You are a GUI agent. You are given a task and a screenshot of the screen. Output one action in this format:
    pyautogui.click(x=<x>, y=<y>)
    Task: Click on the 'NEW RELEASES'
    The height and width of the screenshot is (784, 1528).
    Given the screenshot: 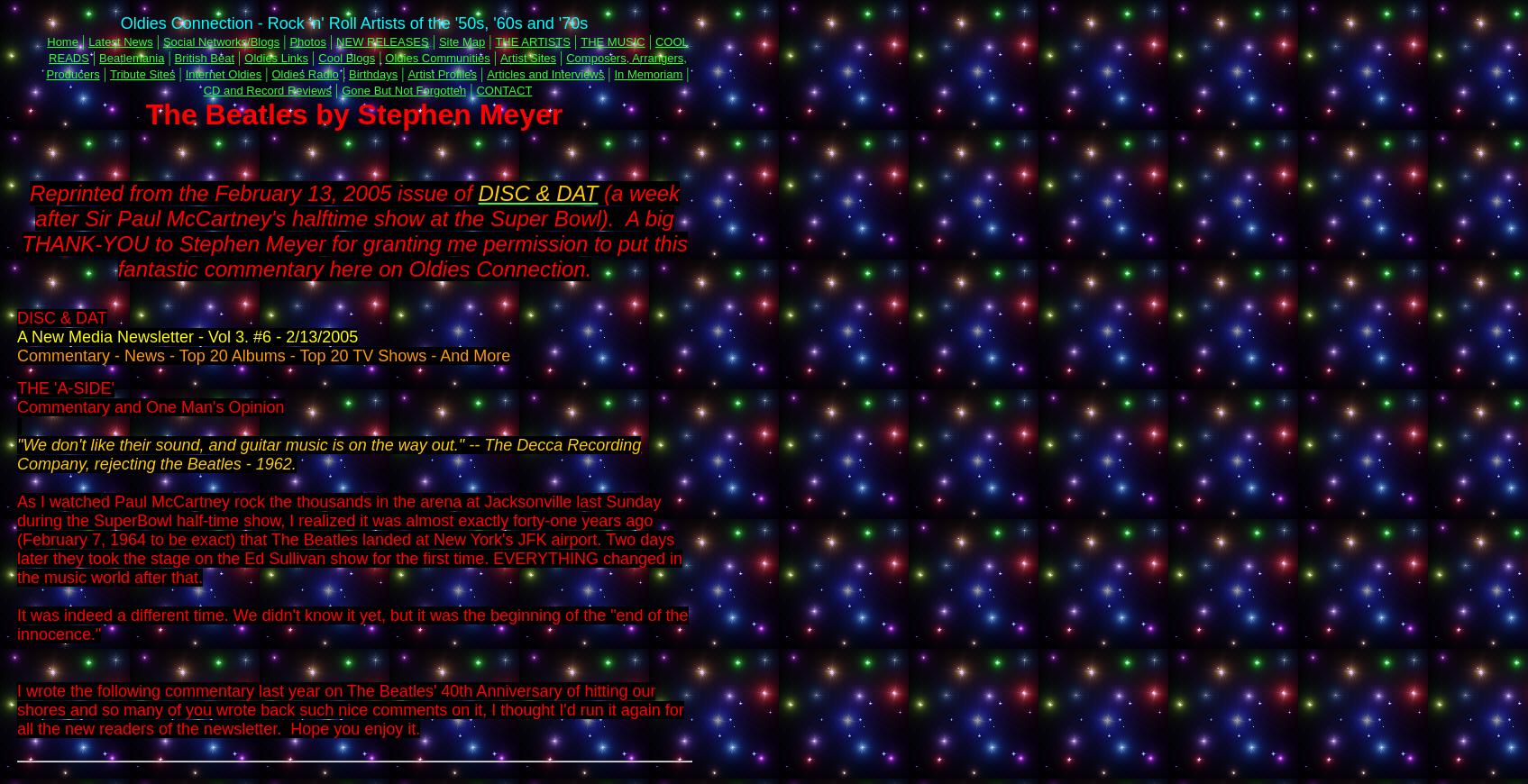 What is the action you would take?
    pyautogui.click(x=381, y=41)
    